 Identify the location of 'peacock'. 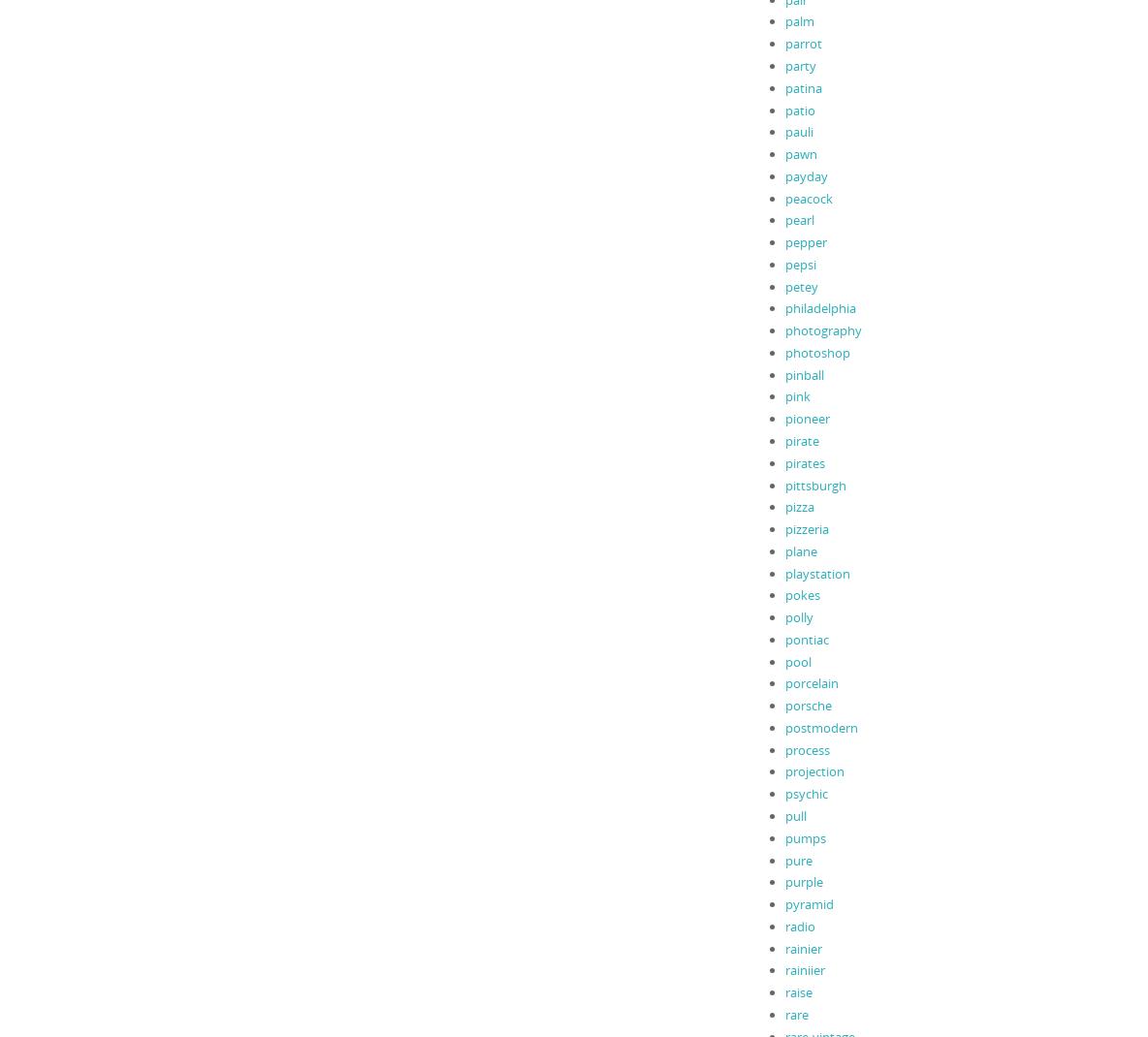
(783, 197).